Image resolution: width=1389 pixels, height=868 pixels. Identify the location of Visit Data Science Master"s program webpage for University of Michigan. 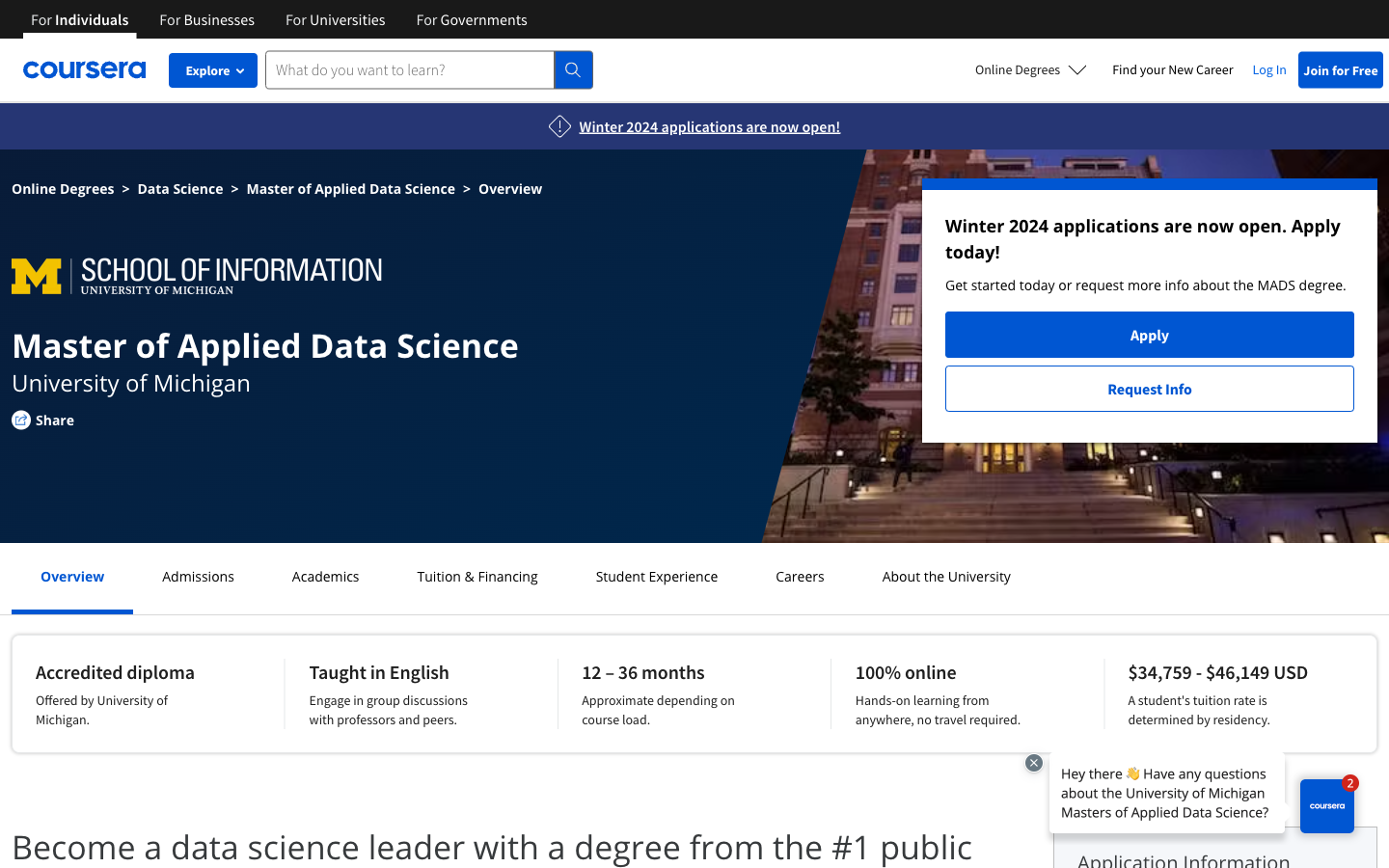
(180, 188).